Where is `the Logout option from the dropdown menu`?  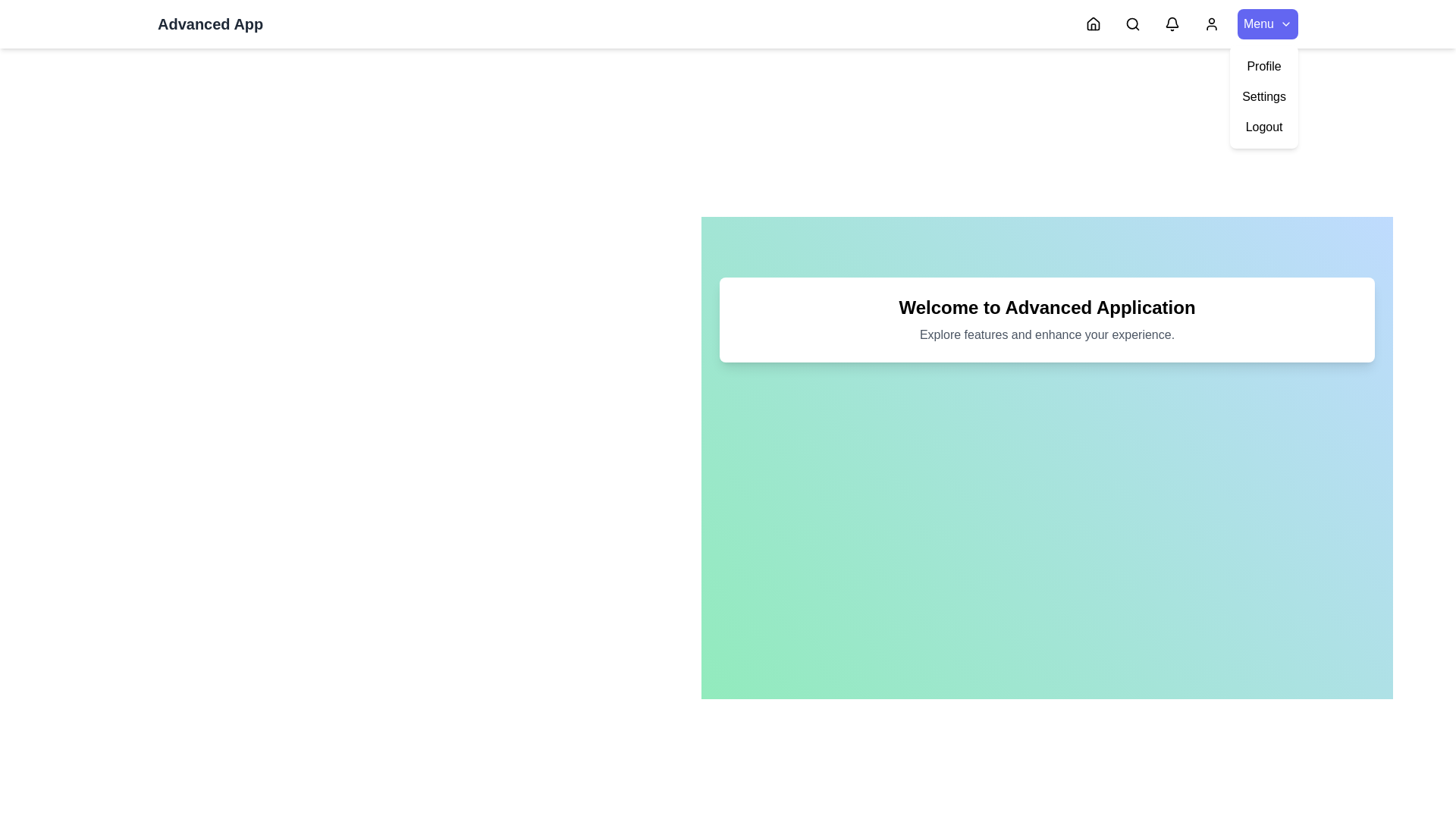 the Logout option from the dropdown menu is located at coordinates (1264, 127).